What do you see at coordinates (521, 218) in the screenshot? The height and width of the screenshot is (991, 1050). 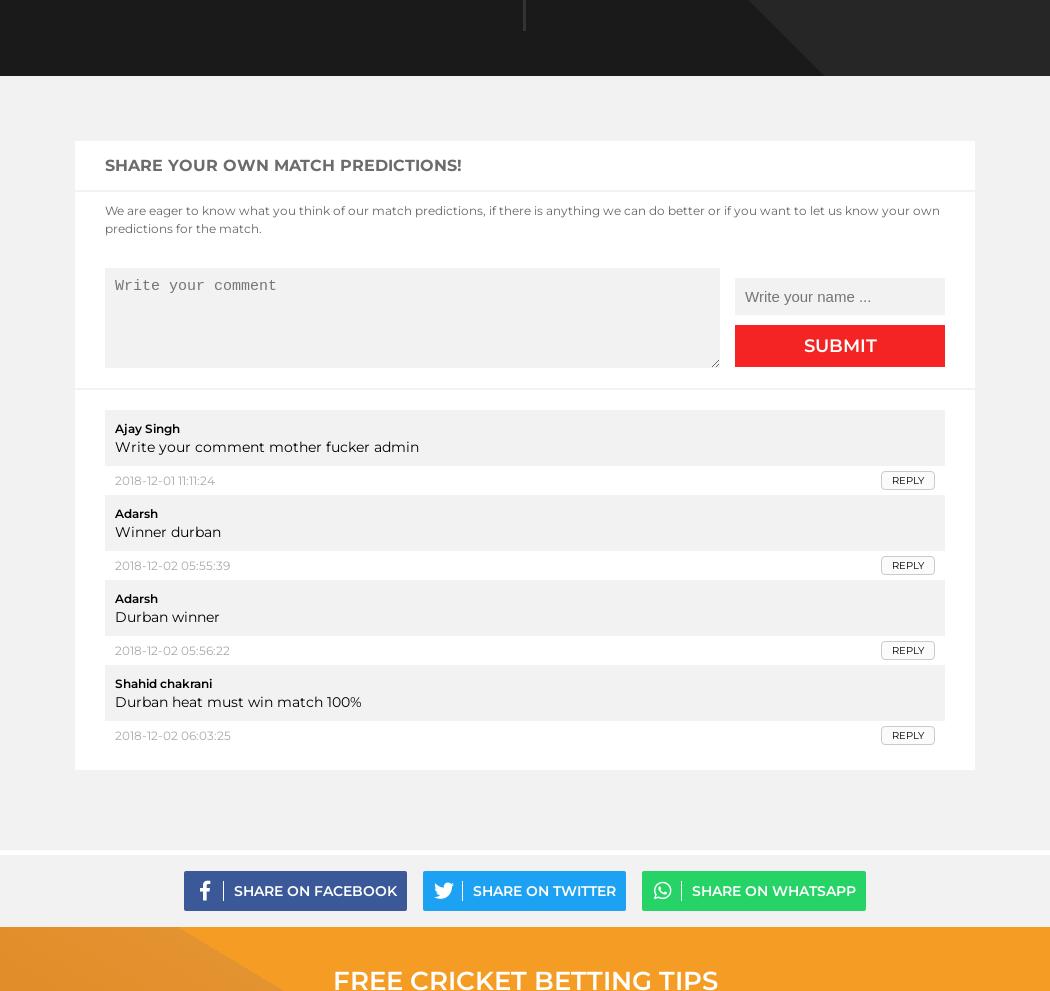 I see `'We are eager to know what you think of our match predictions, if there is anything we can do better or if you want to let us know your own predictions for the match.'` at bounding box center [521, 218].